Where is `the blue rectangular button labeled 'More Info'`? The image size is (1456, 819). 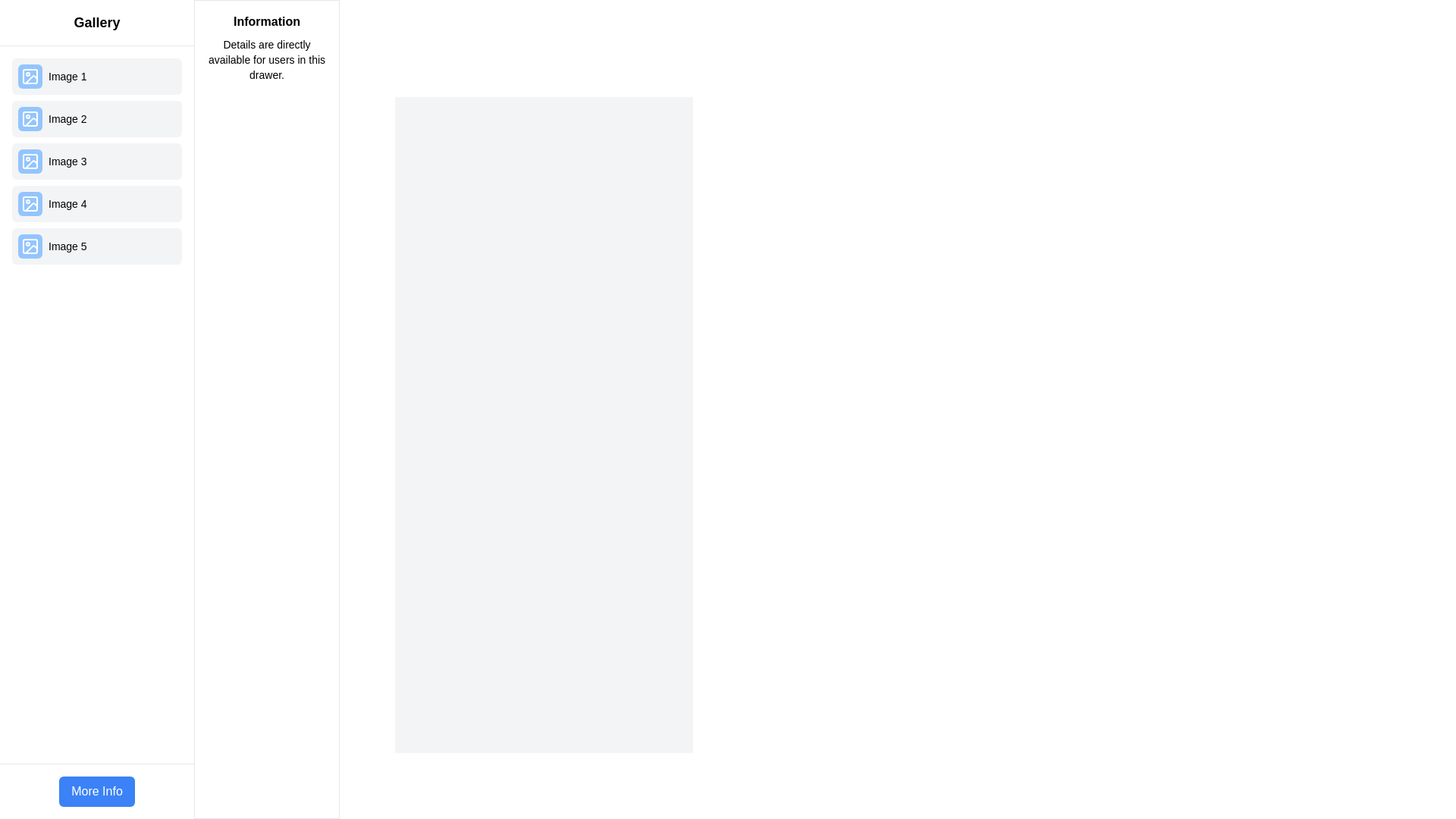 the blue rectangular button labeled 'More Info' is located at coordinates (96, 791).